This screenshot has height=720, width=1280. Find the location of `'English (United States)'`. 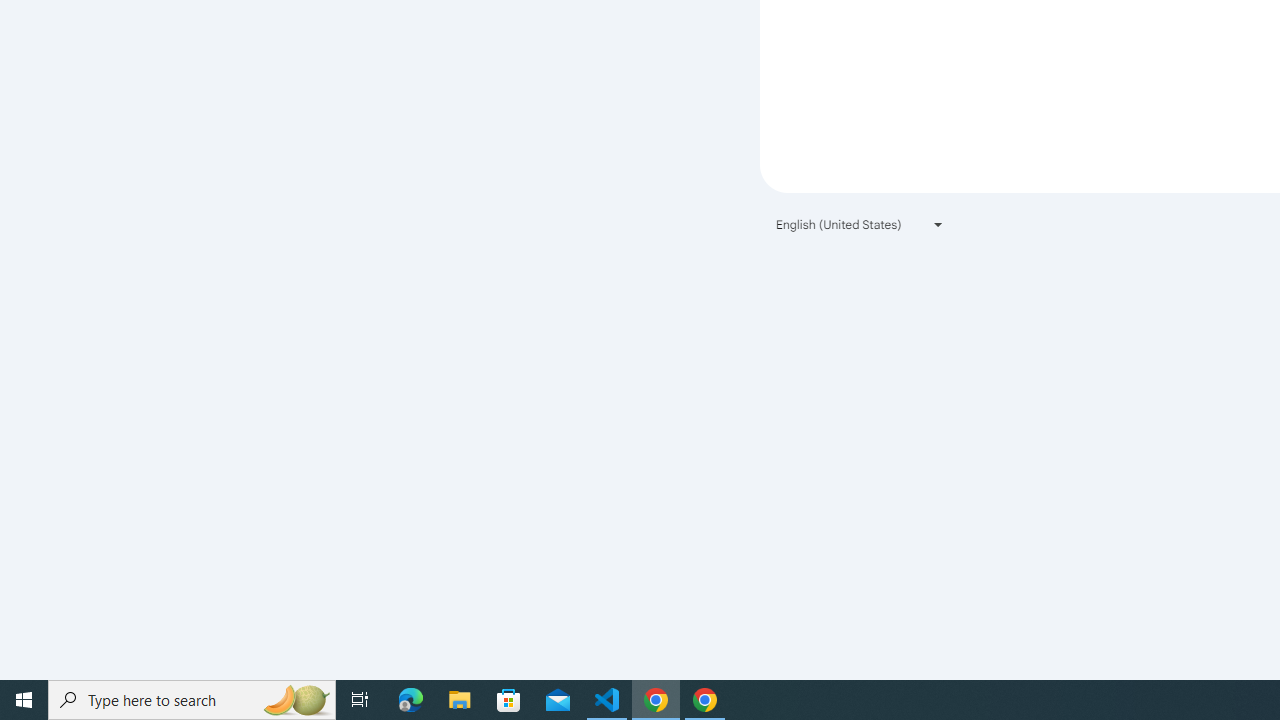

'English (United States)' is located at coordinates (860, 224).